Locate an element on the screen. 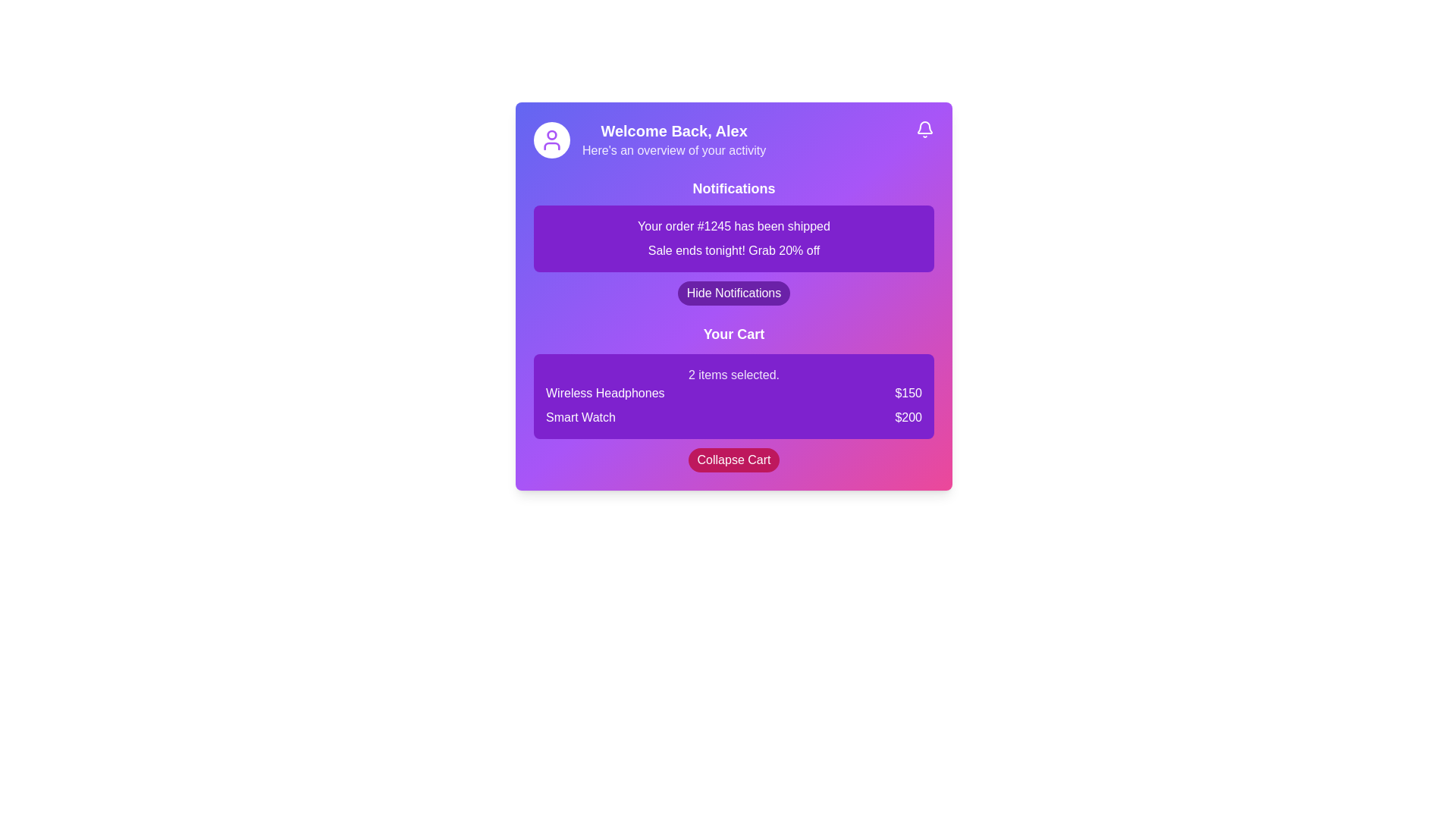  the static text element displaying '2 items selected.' in white color with 90% opacity against a purple background, which is located prominently above the list of item details in the 'Your Cart' section is located at coordinates (734, 375).